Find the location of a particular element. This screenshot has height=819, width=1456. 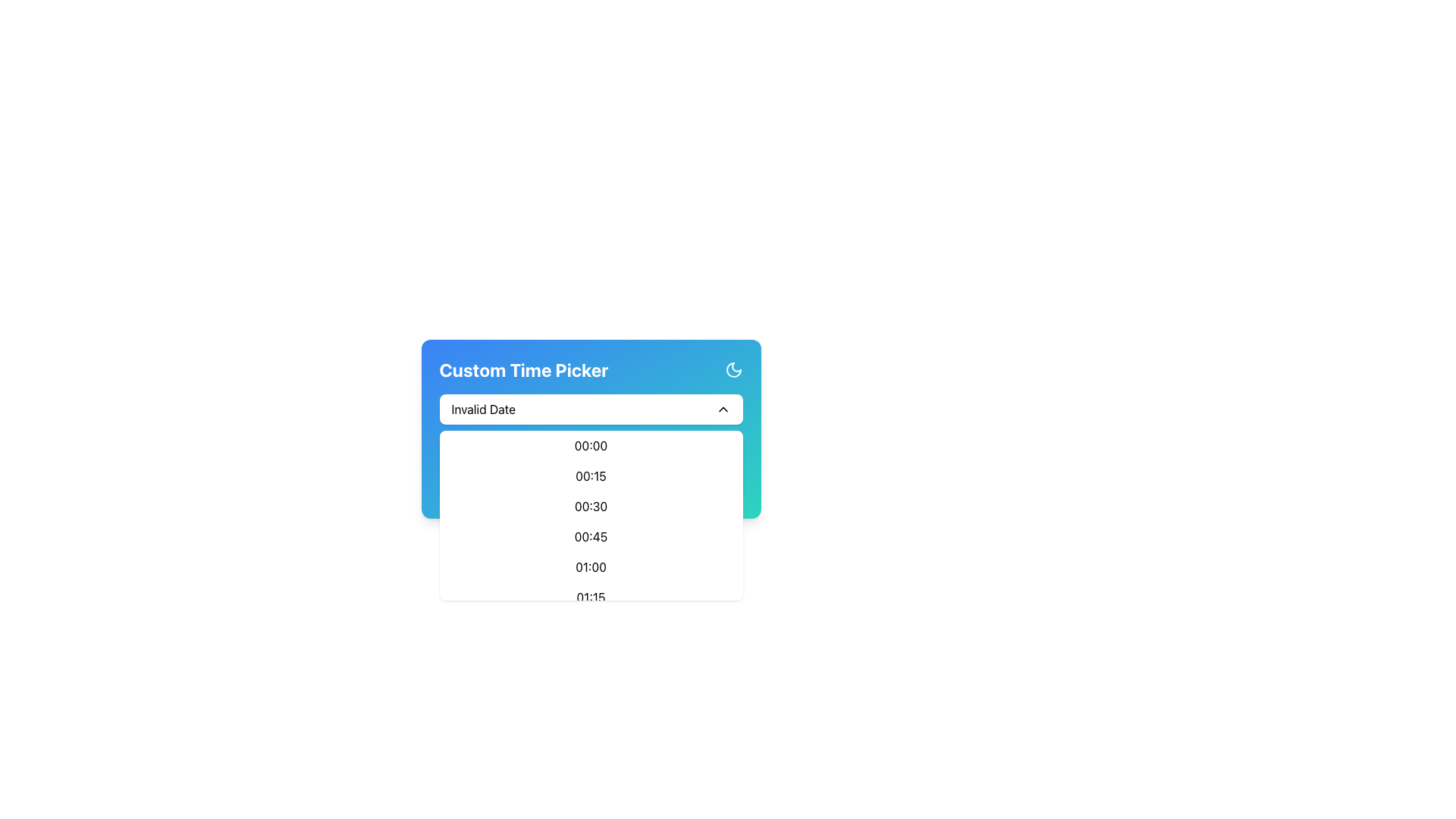

the fourth selectable time interval in the dropdown menu is located at coordinates (590, 536).